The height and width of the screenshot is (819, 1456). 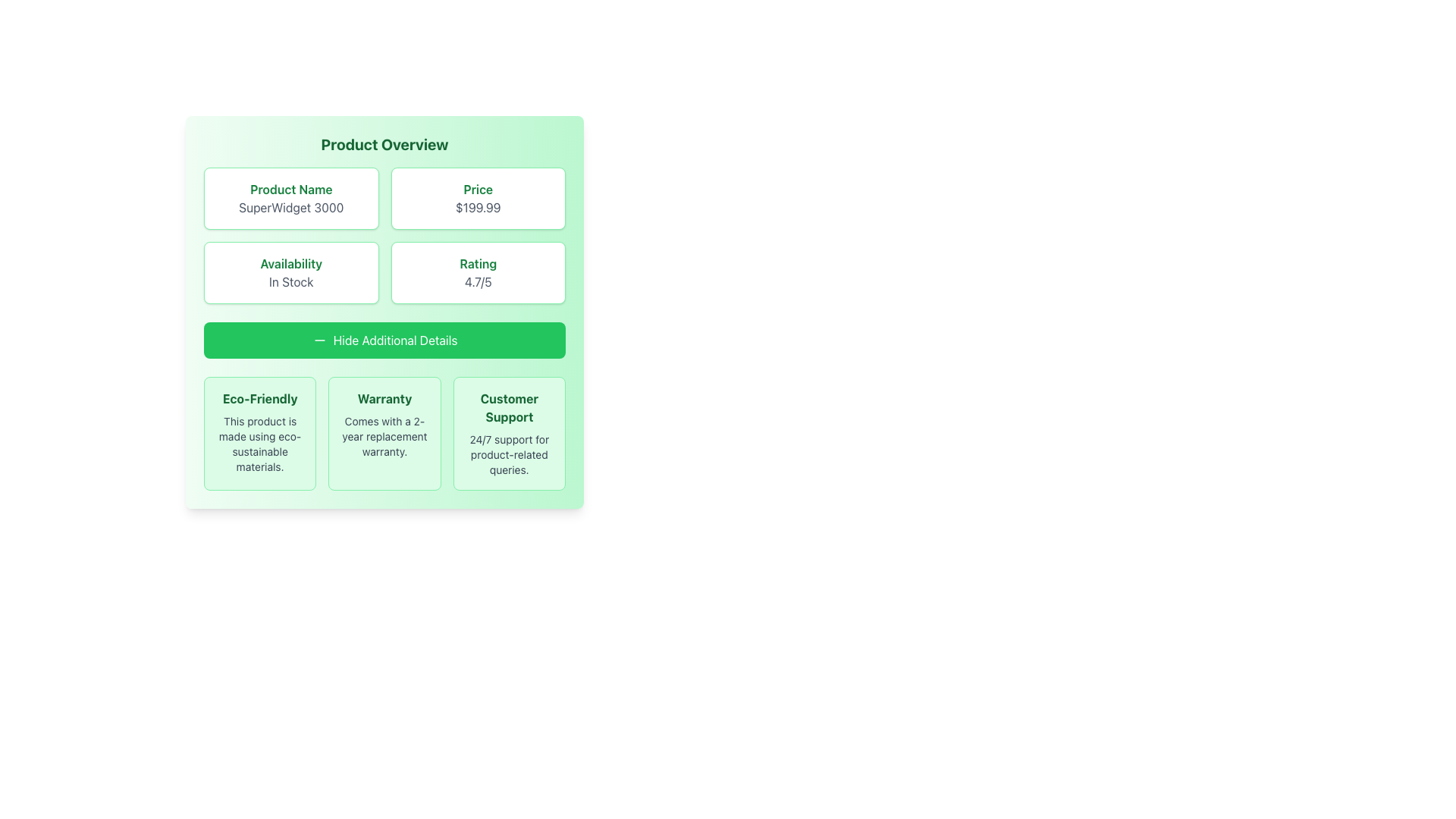 I want to click on the bold green text label that displays 'Rating', which is positioned in the center-right portion of a card layout above another label showing '4.7/5', so click(x=477, y=262).